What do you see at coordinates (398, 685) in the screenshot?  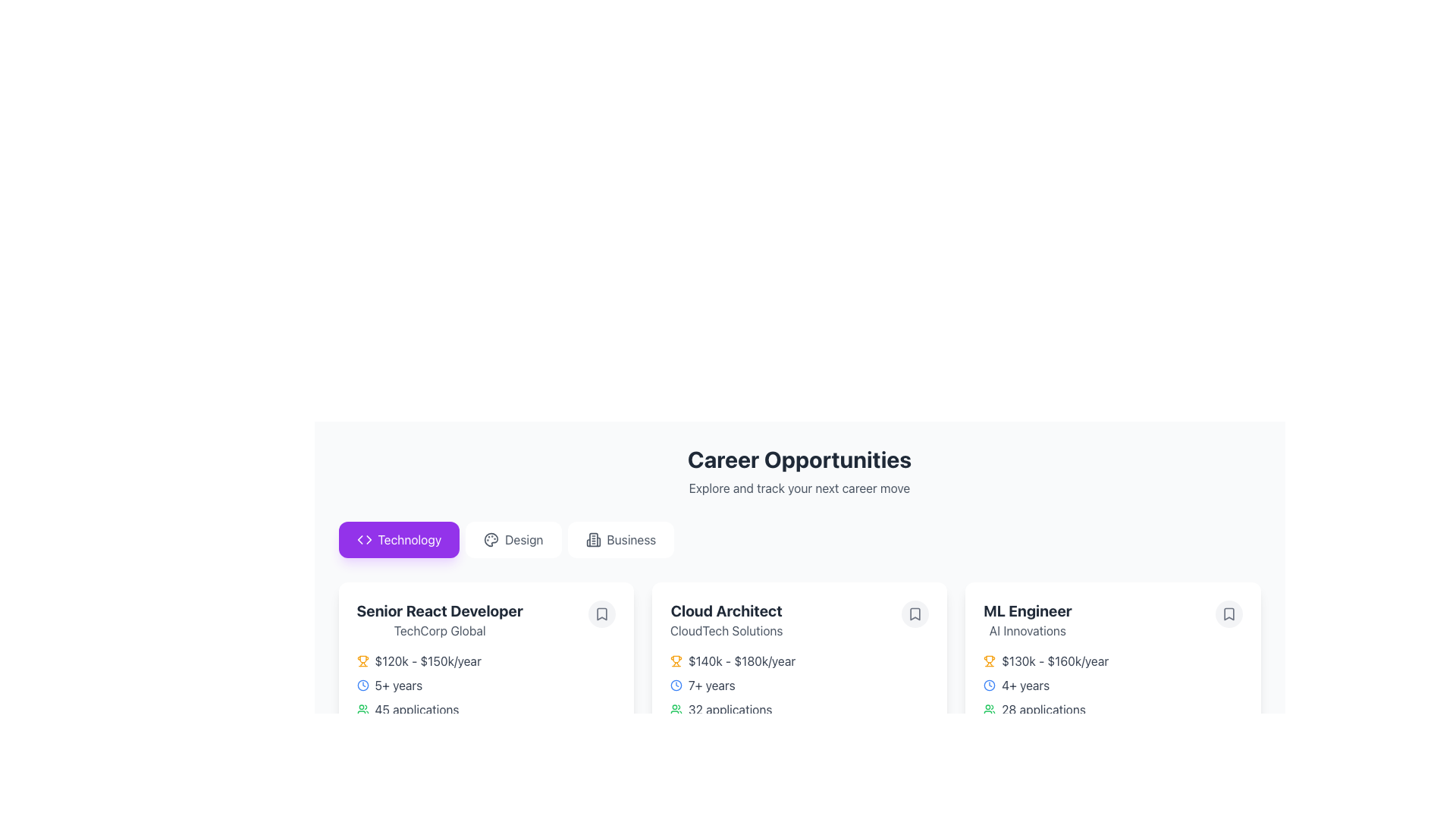 I see `the text label displaying '5+ years', which is located in the job posting section under the Senior React Developer job card, positioned between the salary range and the number of applications` at bounding box center [398, 685].